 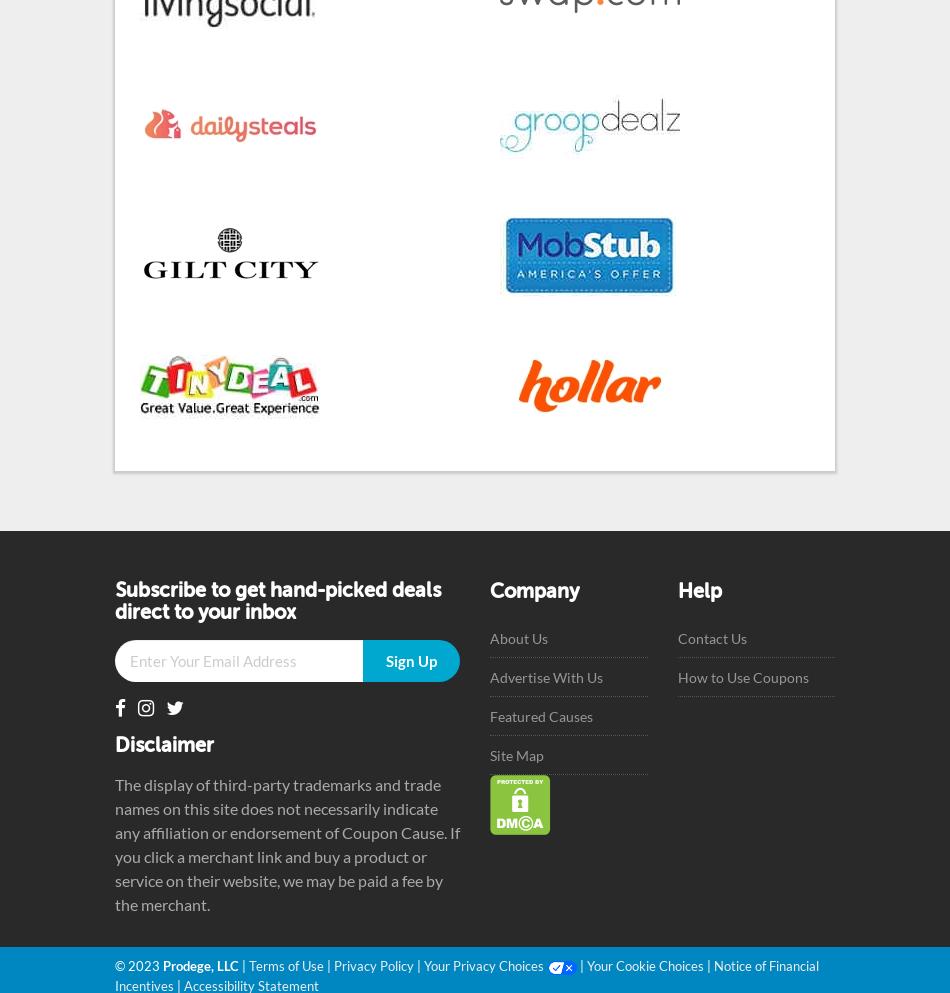 What do you see at coordinates (285, 965) in the screenshot?
I see `'Terms of Use'` at bounding box center [285, 965].